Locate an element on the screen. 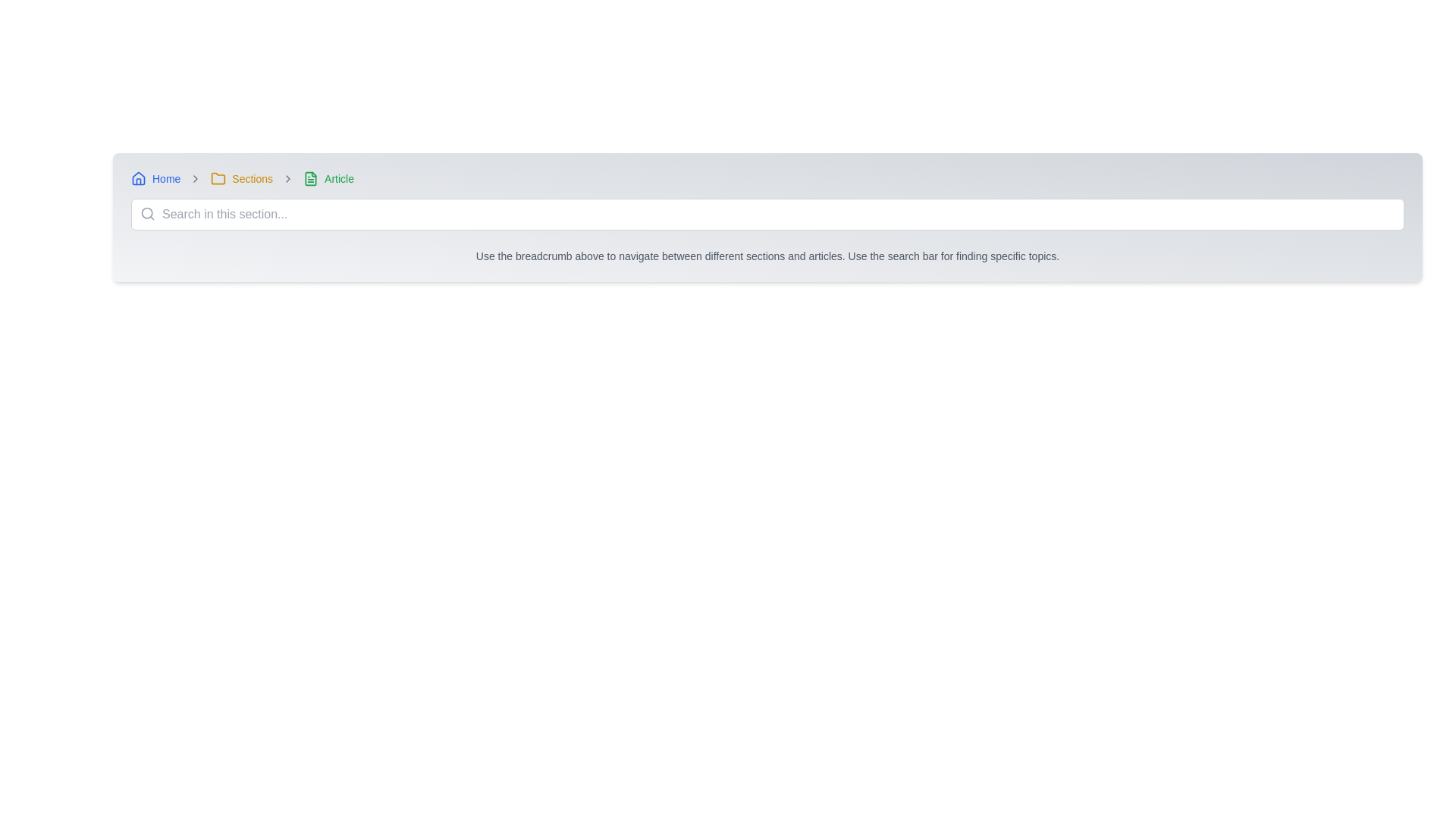  the circle segment of the magnifying glass icon located within the search field, positioned to the left side of the input box is located at coordinates (147, 213).